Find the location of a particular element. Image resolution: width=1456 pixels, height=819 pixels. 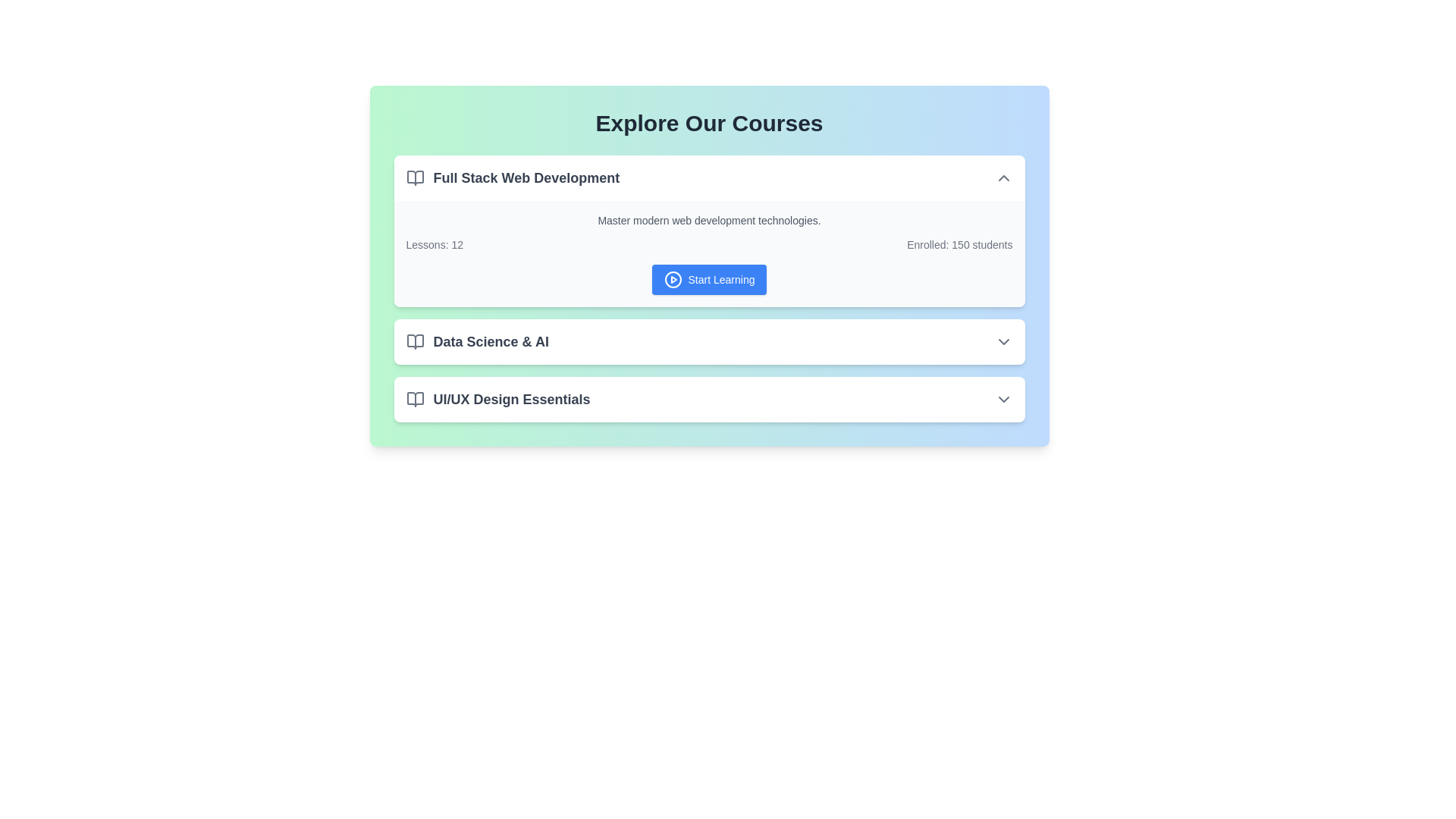

the open book icon located on the left side of the course title 'Full Stack Web Development', which features a minimalist gray design with rounded corners is located at coordinates (415, 177).